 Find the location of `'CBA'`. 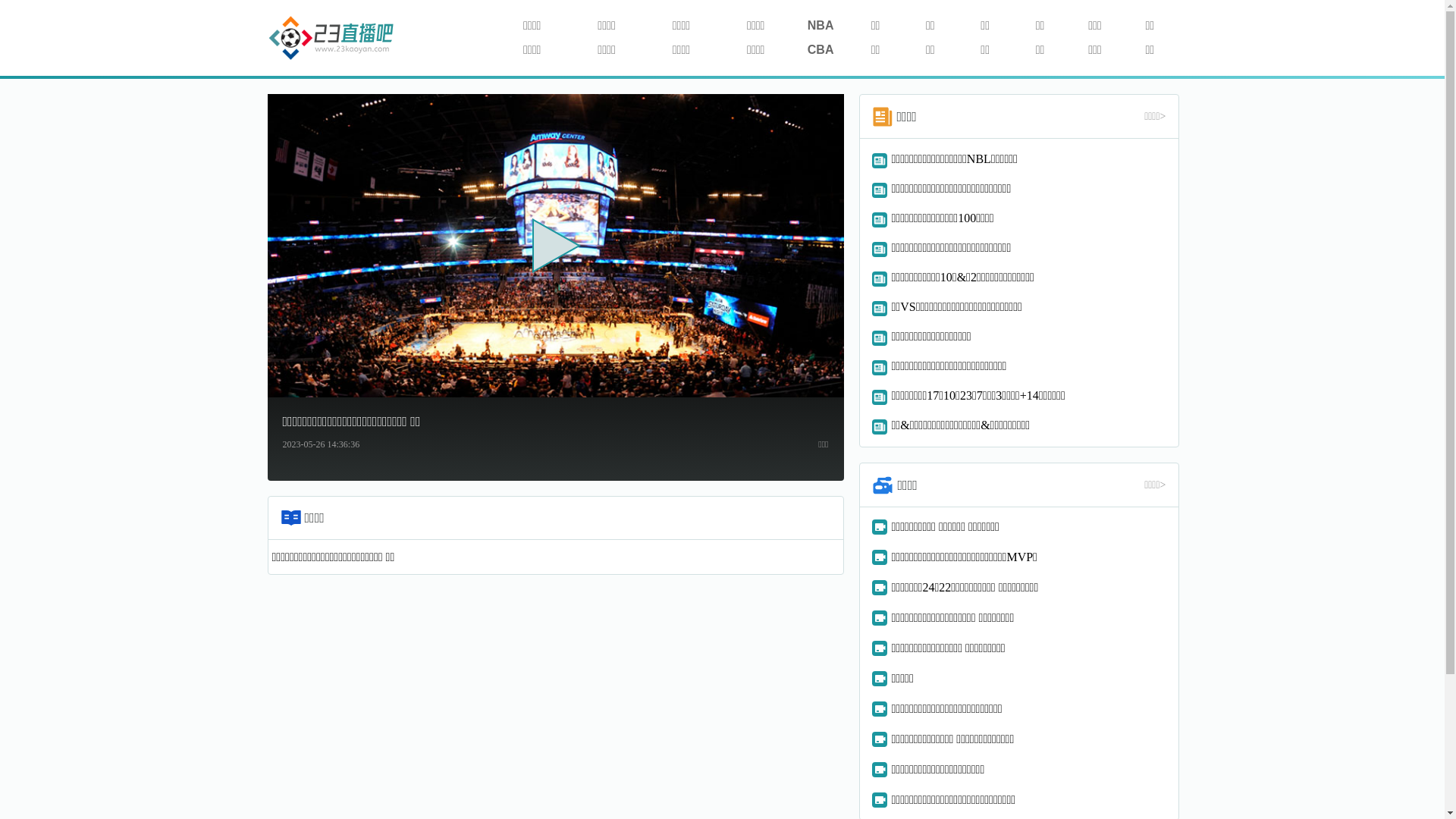

'CBA' is located at coordinates (819, 49).